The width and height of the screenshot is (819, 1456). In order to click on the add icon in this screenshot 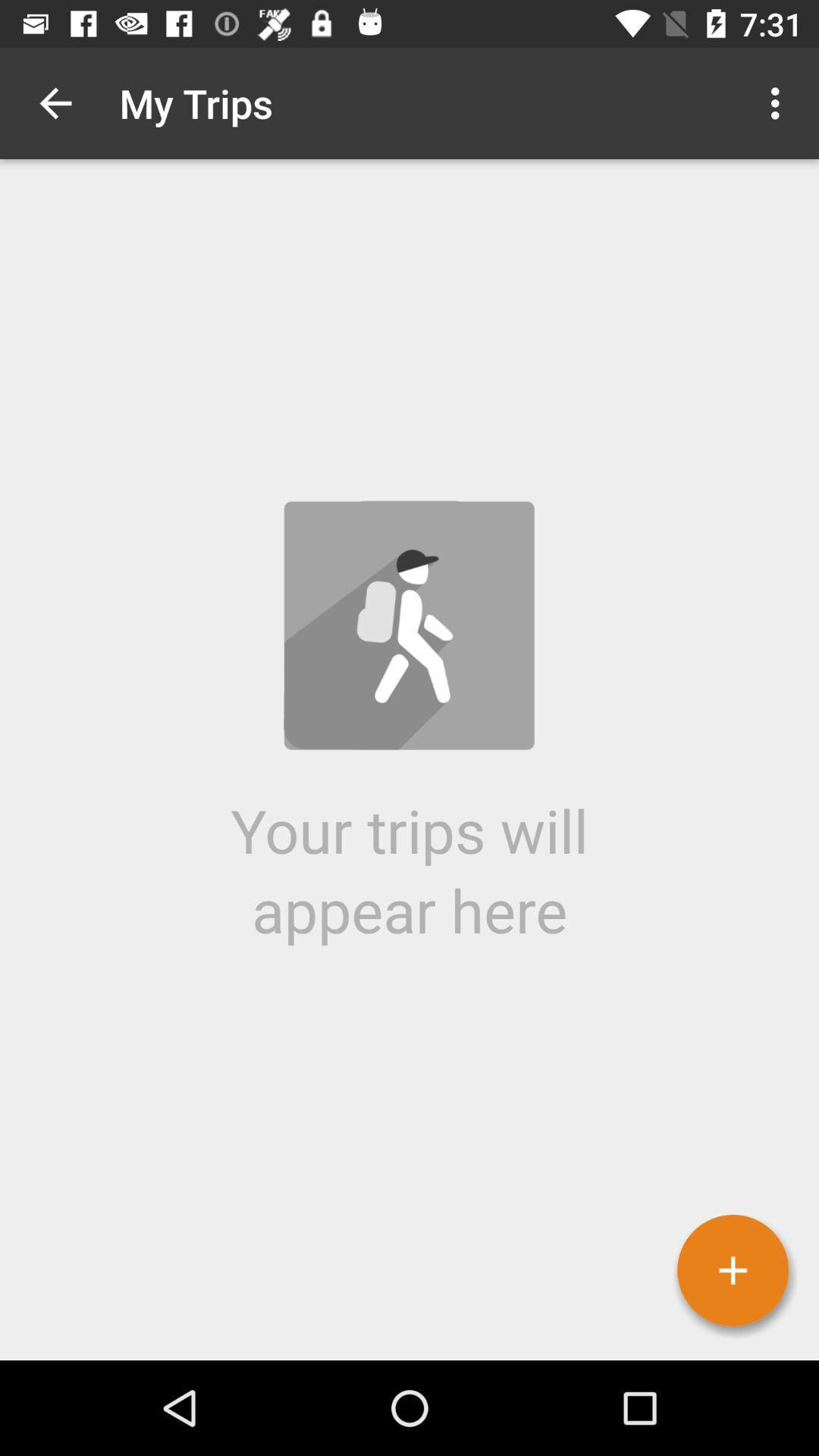, I will do `click(732, 1270)`.